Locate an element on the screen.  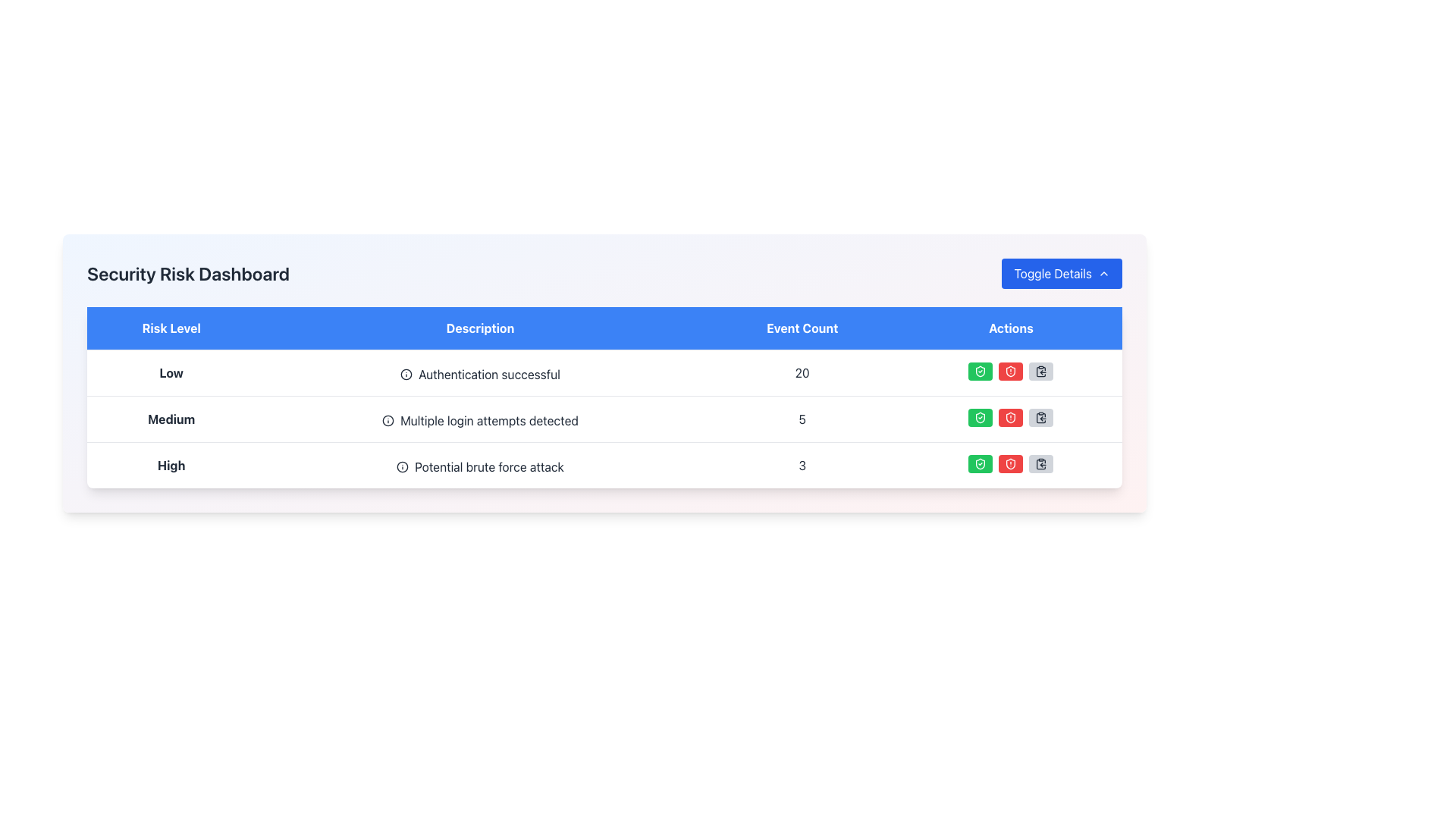
the button located in the 'Actions' column of the third row in the security dashboard table, positioned between the green and gray buttons is located at coordinates (1011, 418).